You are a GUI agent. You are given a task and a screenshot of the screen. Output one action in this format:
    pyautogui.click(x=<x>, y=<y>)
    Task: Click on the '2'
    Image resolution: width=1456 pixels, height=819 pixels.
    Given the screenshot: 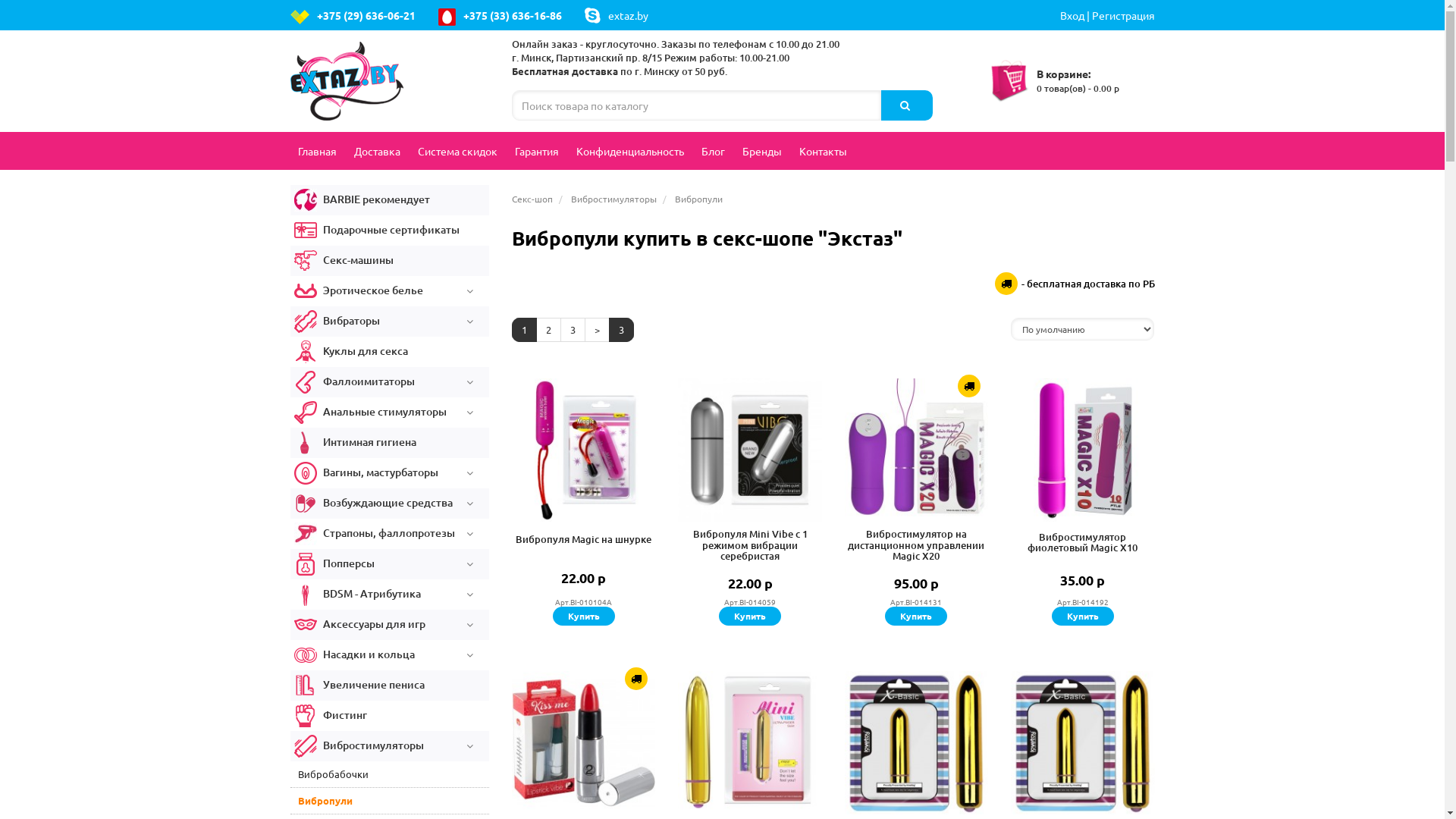 What is the action you would take?
    pyautogui.click(x=535, y=329)
    